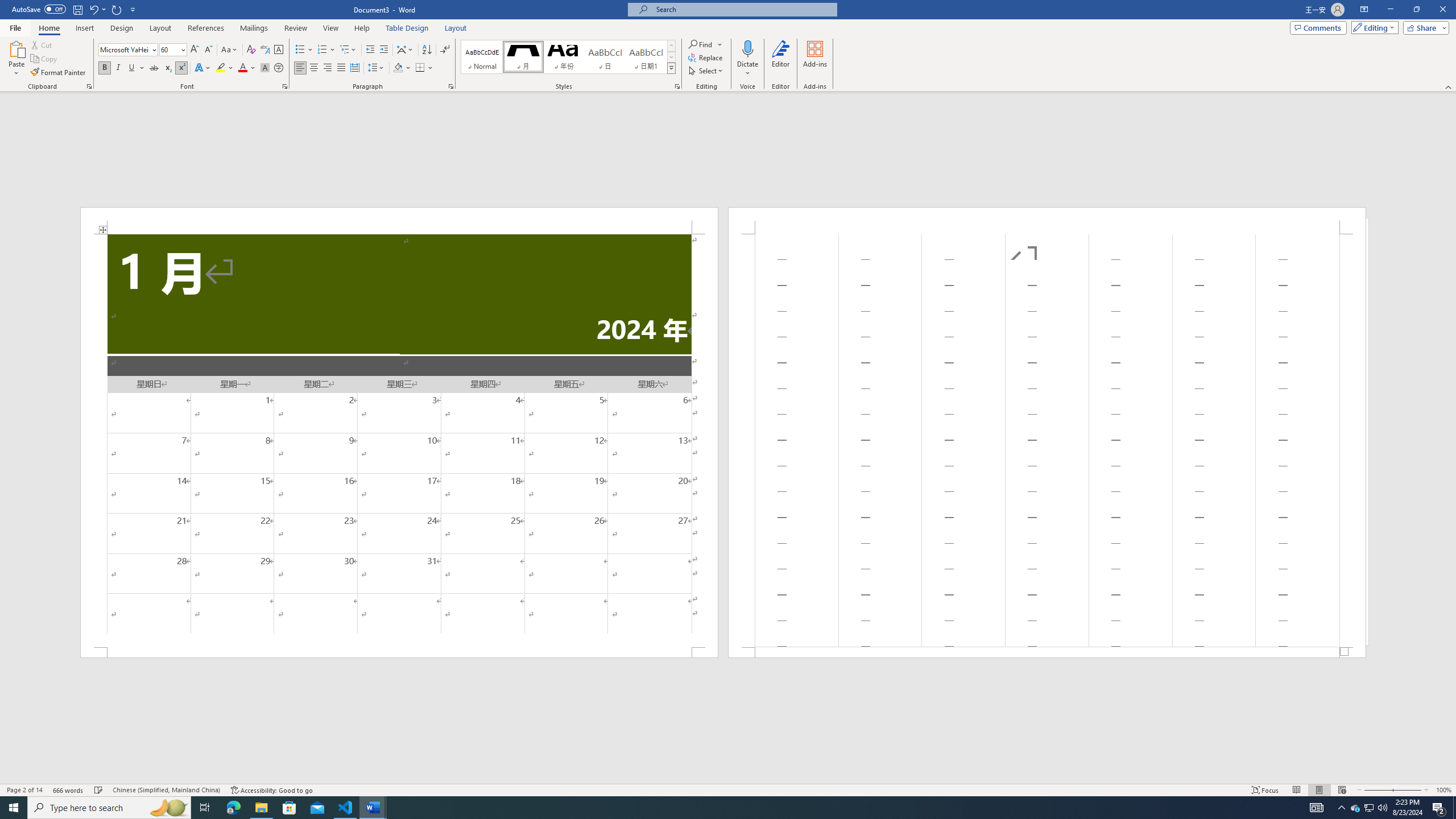  I want to click on 'Table Design', so click(407, 28).